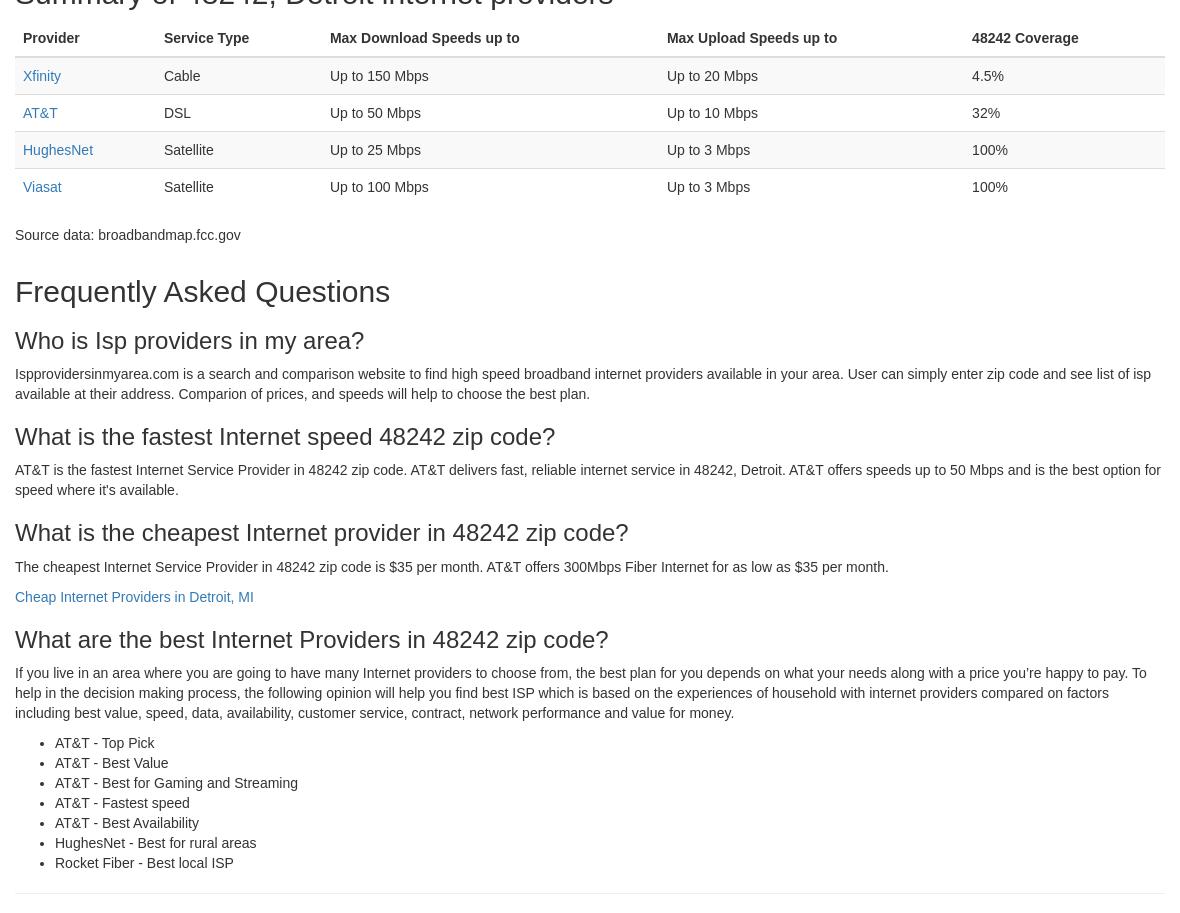 This screenshot has width=1180, height=913. Describe the element at coordinates (451, 564) in the screenshot. I see `'The cheapest Internet Service Provider in 48242 zip code is $35 per month. AT&T offers 300Mbps Fiber Internet for as low as $35 per month.'` at that location.